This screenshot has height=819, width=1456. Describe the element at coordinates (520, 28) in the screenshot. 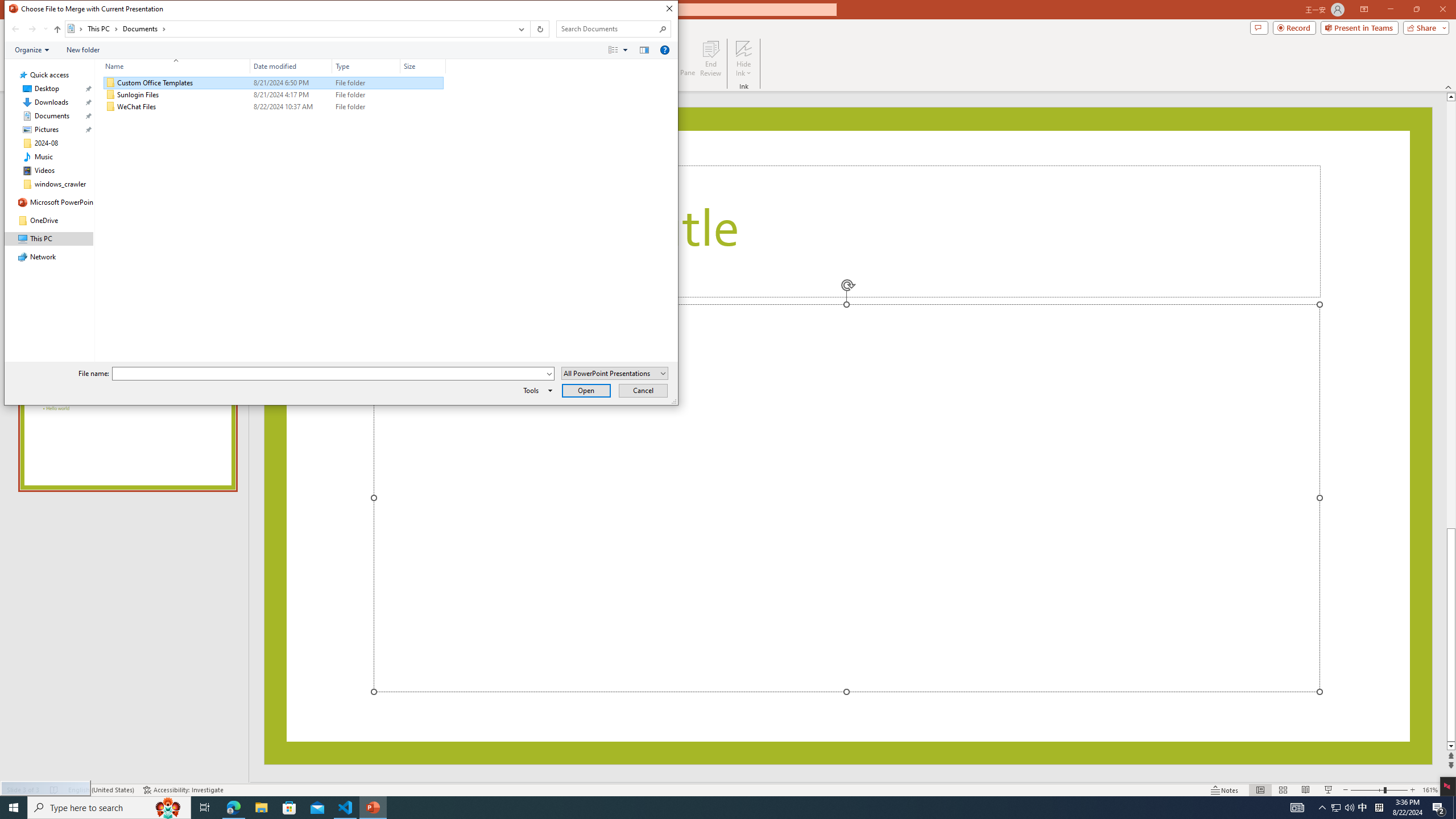

I see `'Previous Locations'` at that location.